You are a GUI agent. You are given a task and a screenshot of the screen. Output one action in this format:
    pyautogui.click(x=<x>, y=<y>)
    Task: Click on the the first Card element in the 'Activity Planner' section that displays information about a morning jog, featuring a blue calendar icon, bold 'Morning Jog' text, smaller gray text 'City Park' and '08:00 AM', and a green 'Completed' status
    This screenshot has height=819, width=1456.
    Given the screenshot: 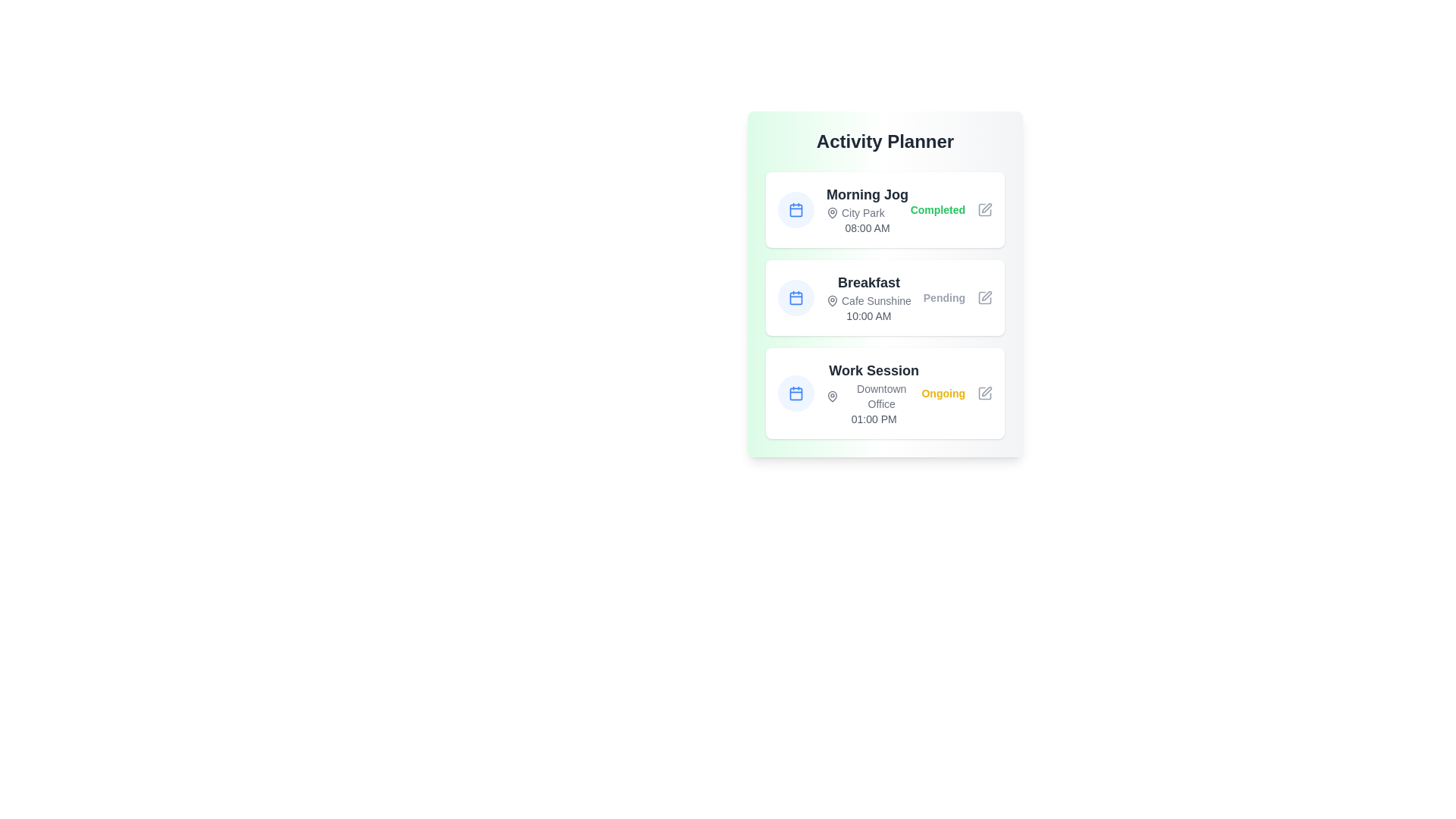 What is the action you would take?
    pyautogui.click(x=885, y=210)
    